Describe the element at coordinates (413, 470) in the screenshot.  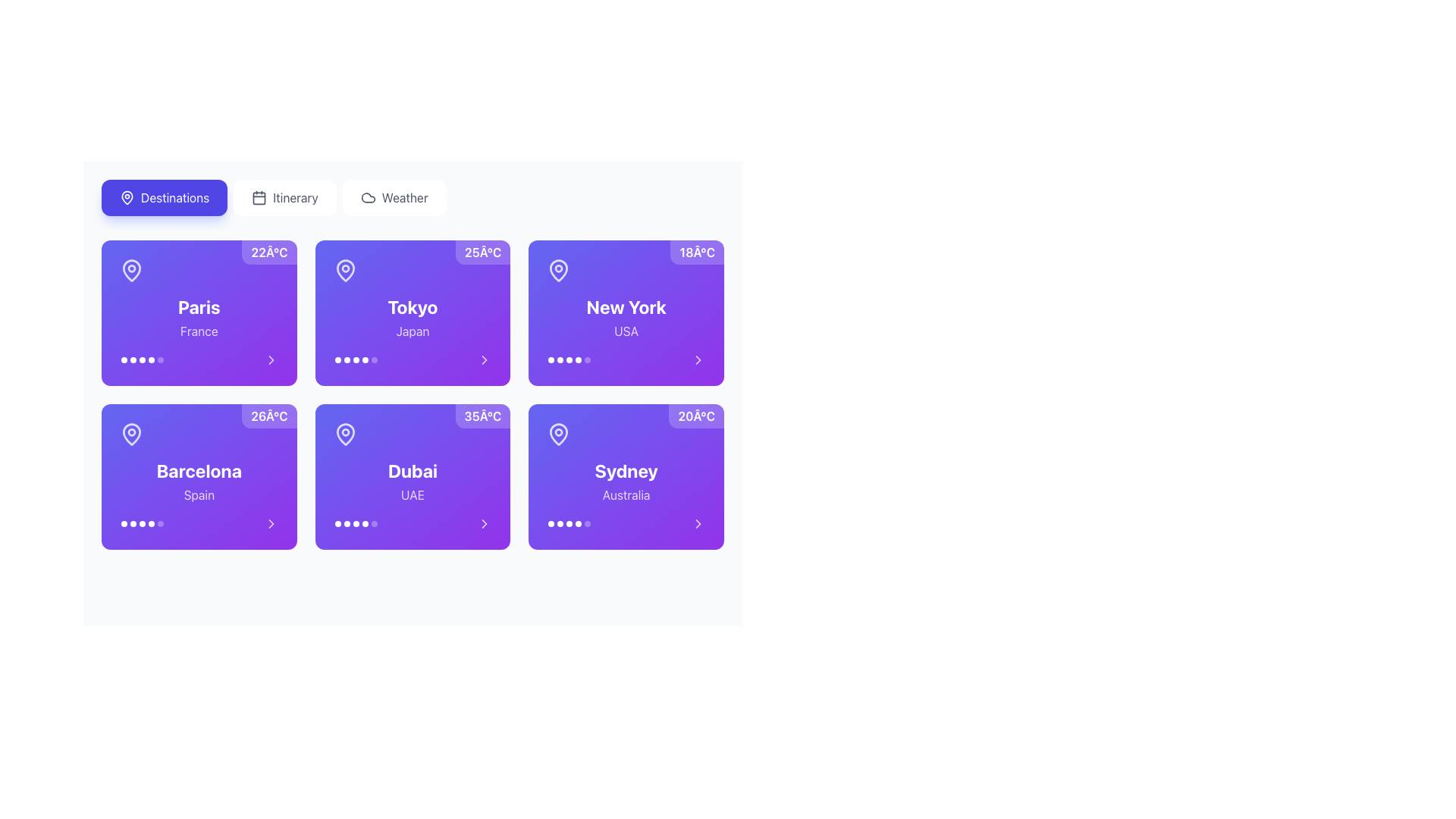
I see `the card containing the bold, white 'Dubai' text, which is centrally placed within a purple gradient background card in the second row of a grid layout` at that location.